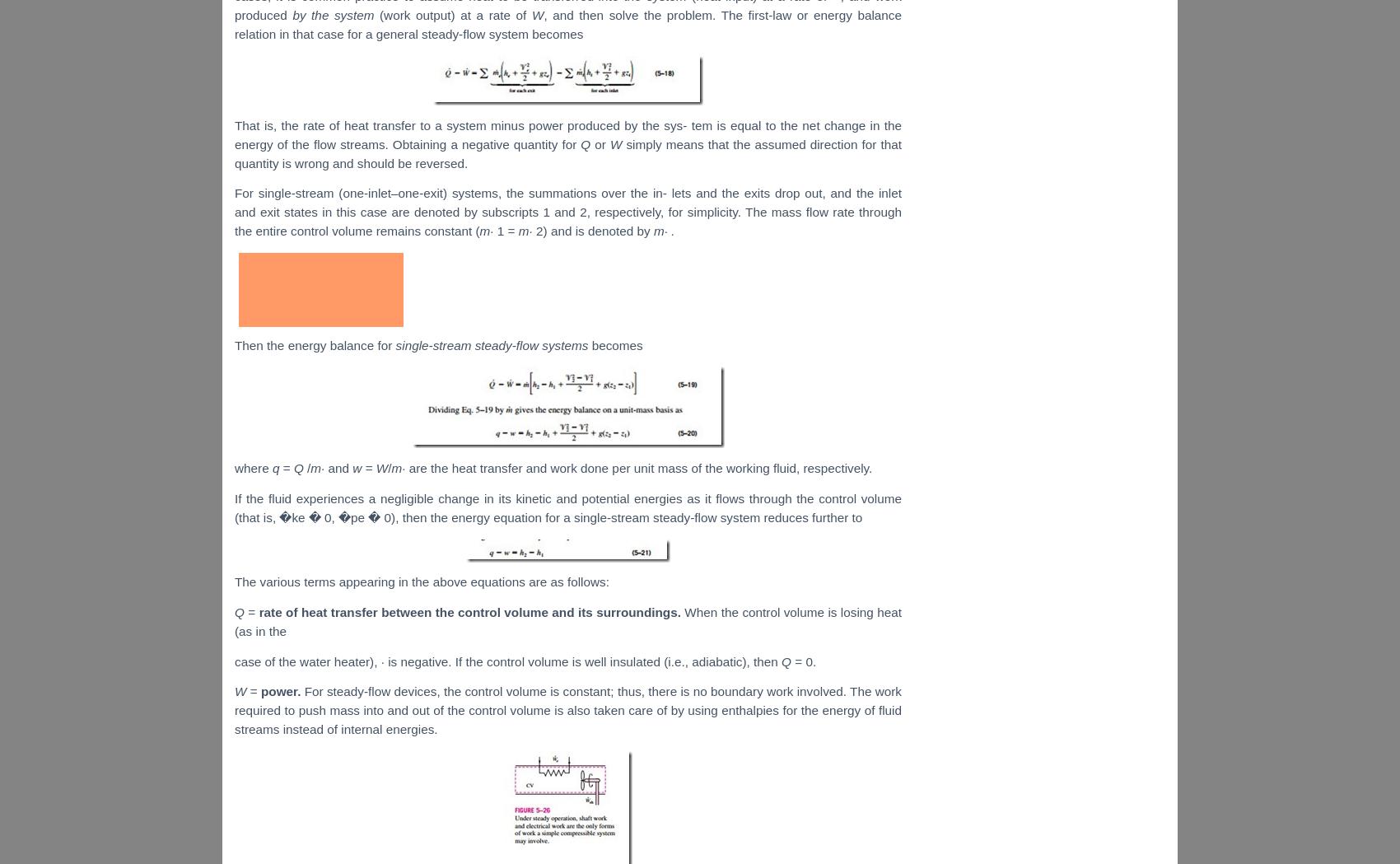  Describe the element at coordinates (358, 467) in the screenshot. I see `'w'` at that location.